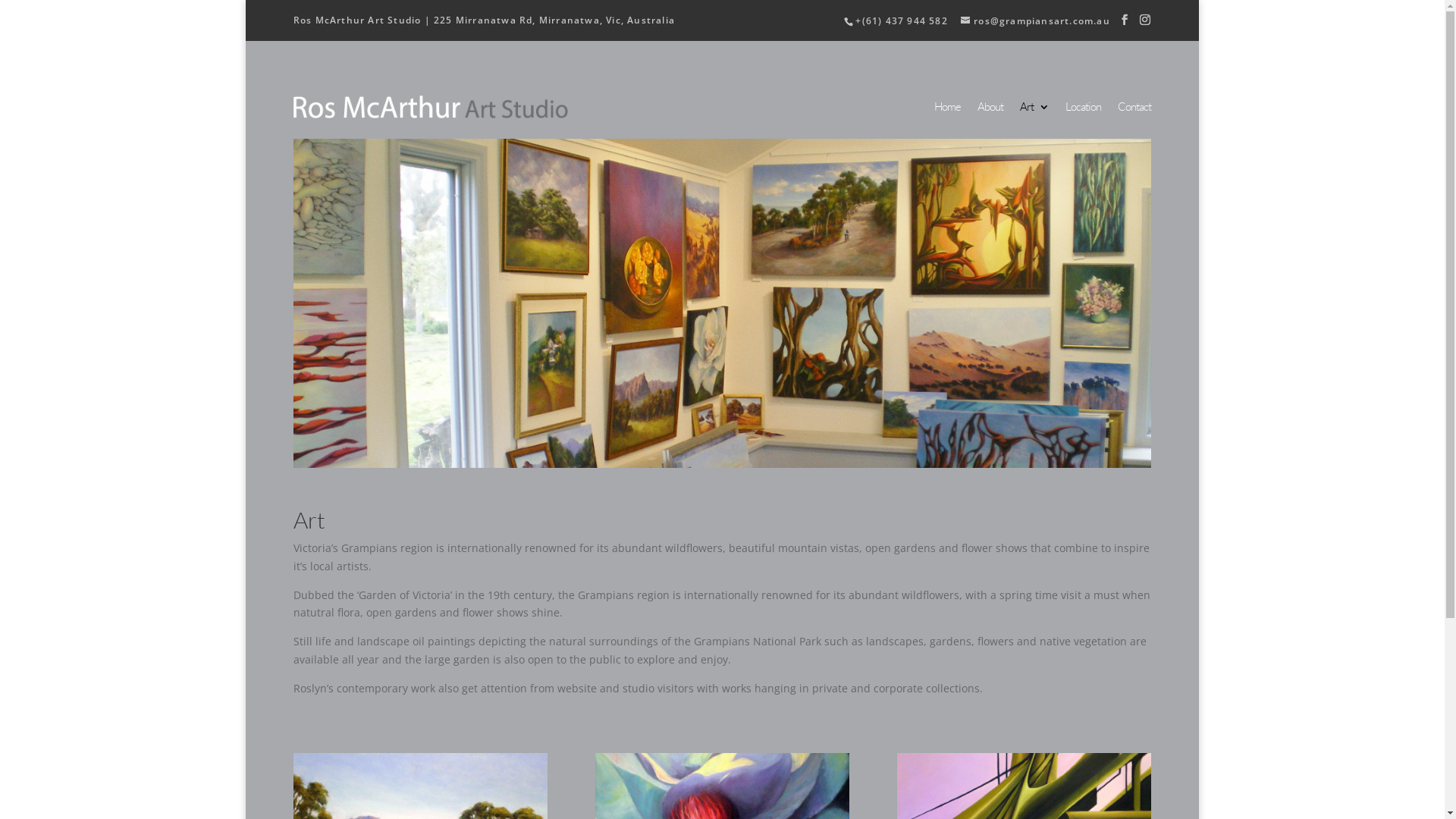 This screenshot has width=1456, height=819. I want to click on 'Contact', so click(1117, 113).